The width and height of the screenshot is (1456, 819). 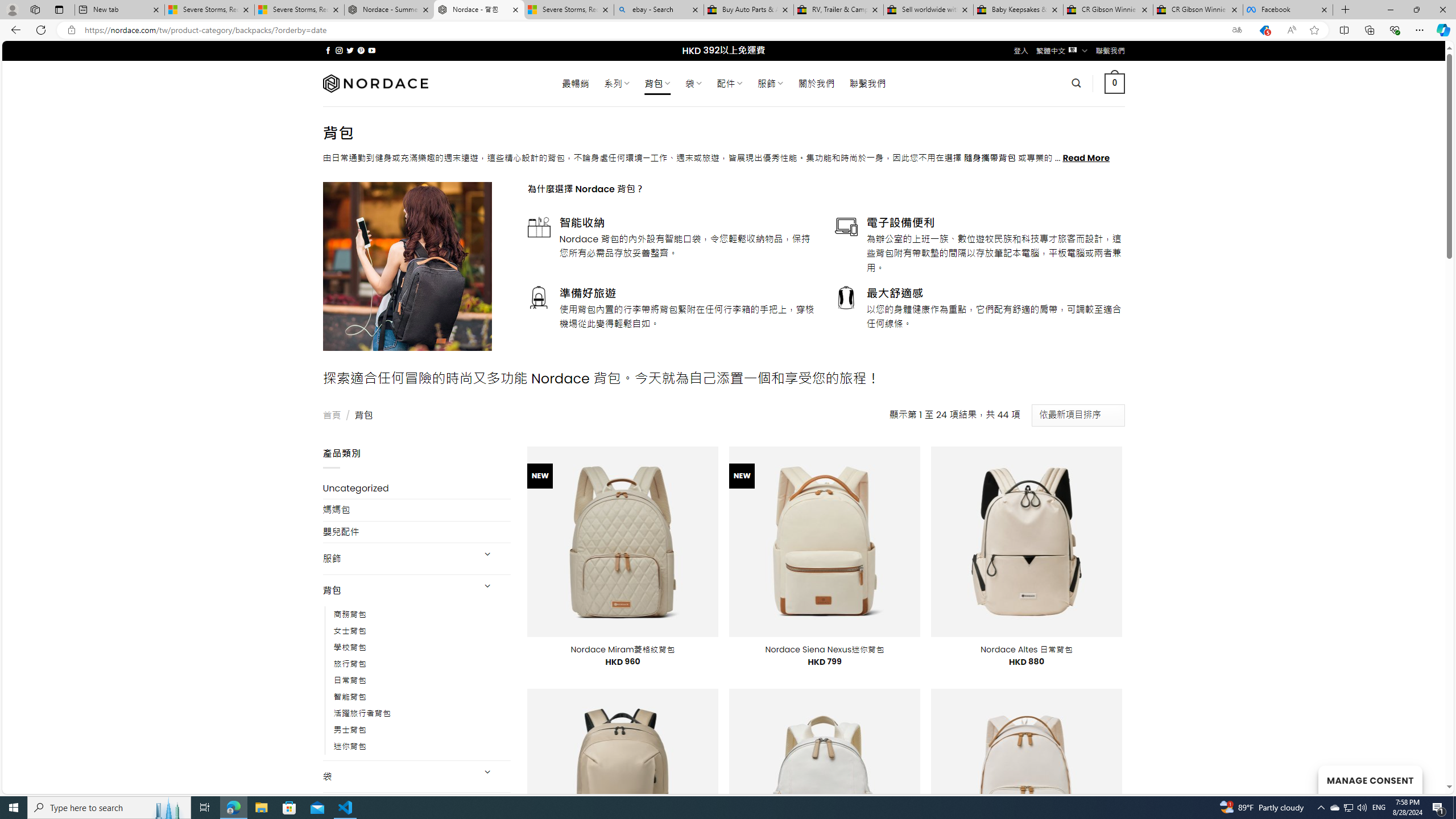 I want to click on 'Close', so click(x=1442, y=9).